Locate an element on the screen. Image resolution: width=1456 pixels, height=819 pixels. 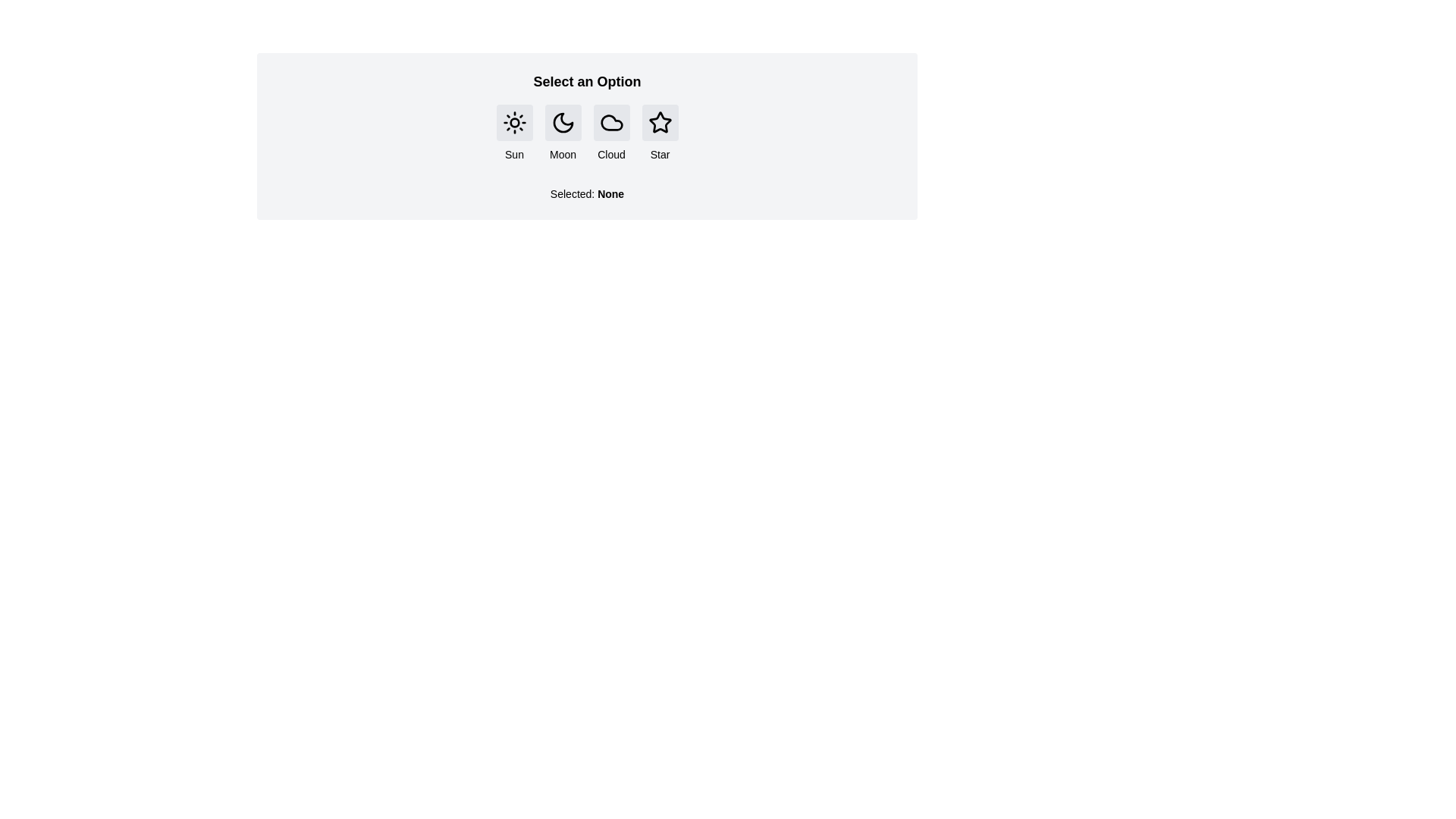
the bold text label that displays 'None', which is part of the phrase 'Selected: None', located below a horizontal group of icons is located at coordinates (610, 193).